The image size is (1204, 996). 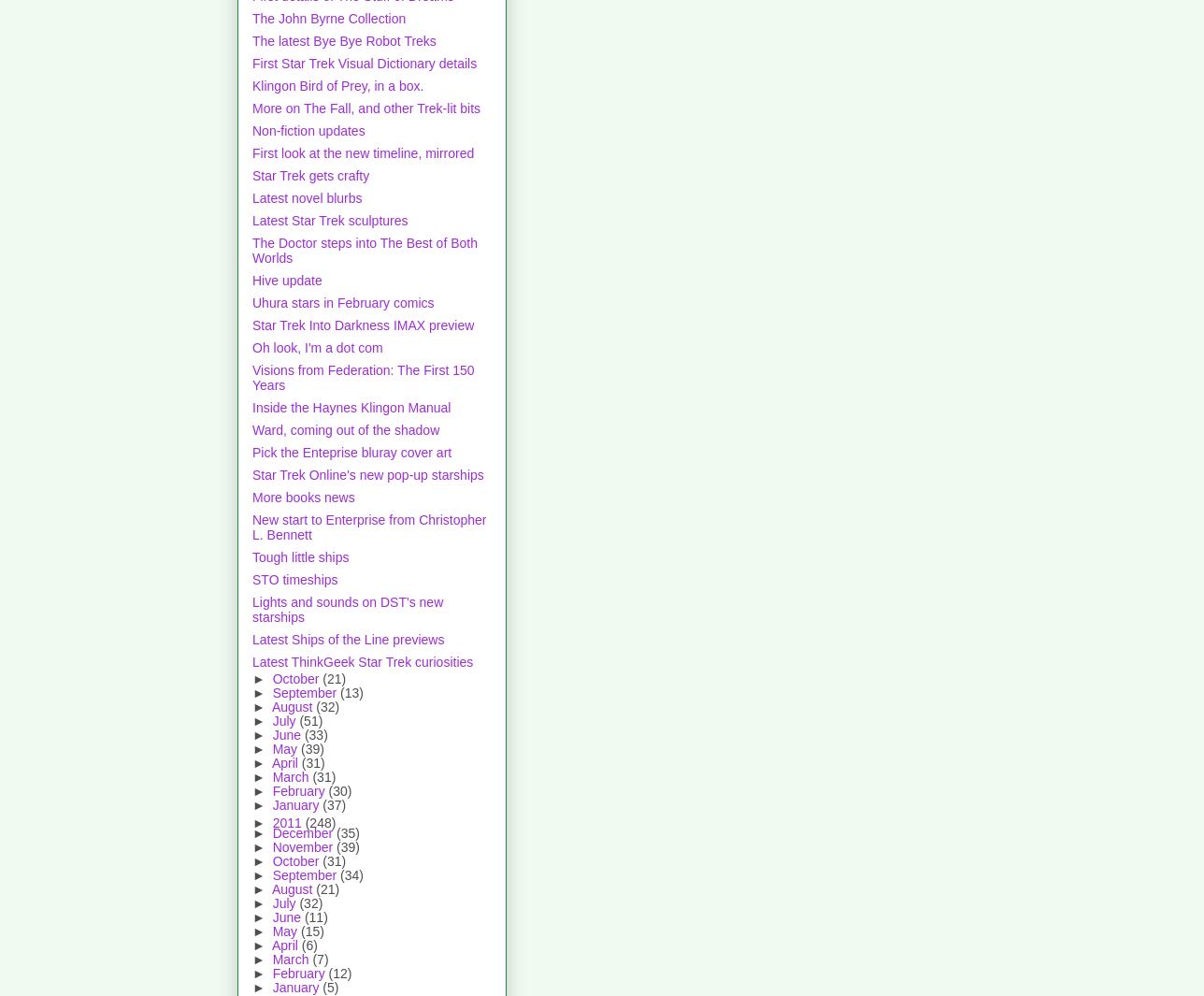 I want to click on 'Ward, coming out of the shadow', so click(x=346, y=428).